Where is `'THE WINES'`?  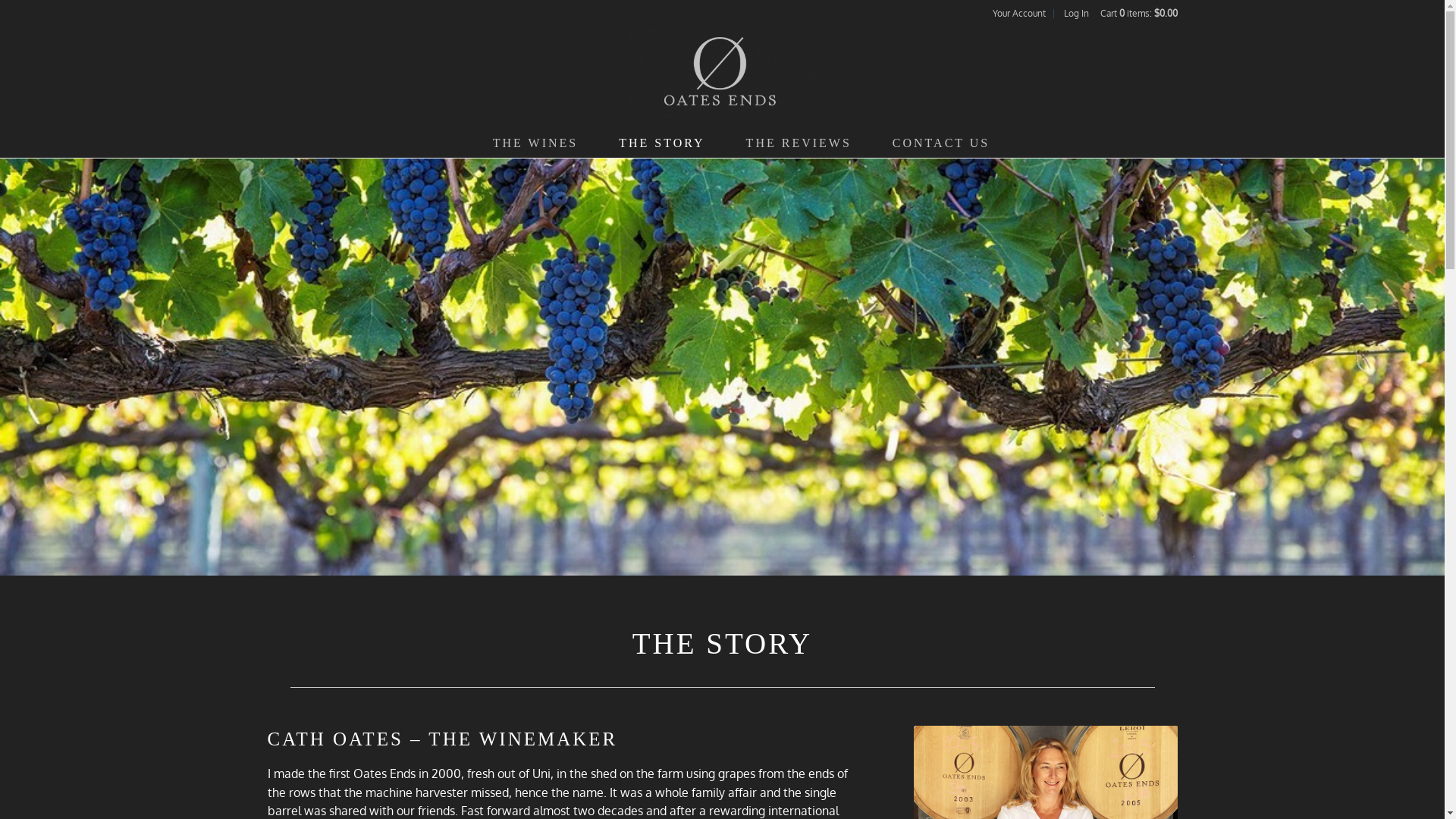
'THE WINES' is located at coordinates (492, 143).